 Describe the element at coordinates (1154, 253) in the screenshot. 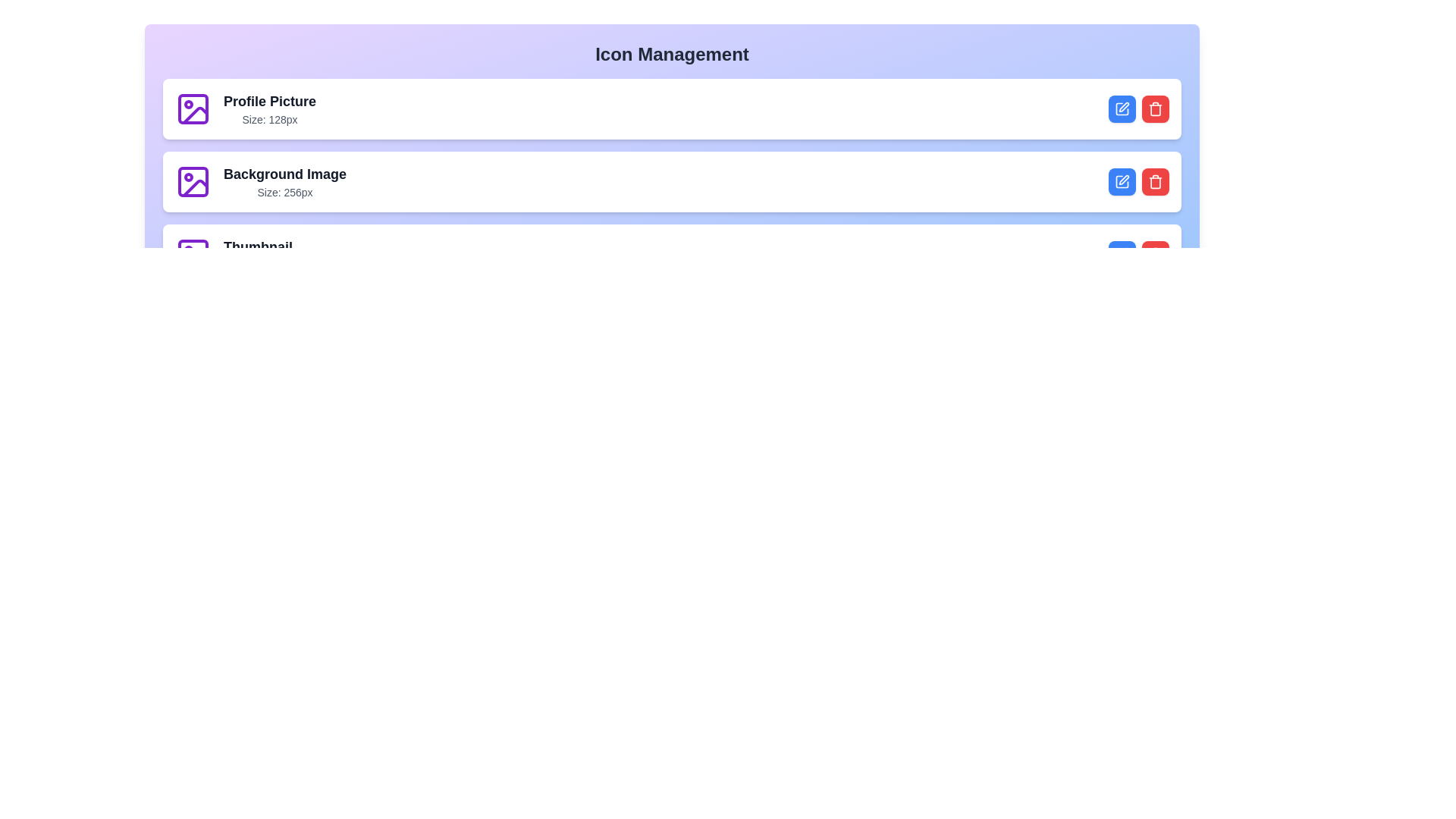

I see `the delete button with a red background, white text, rounded corners, and a trash bin icon, located at the right end of the third row in the layout` at that location.